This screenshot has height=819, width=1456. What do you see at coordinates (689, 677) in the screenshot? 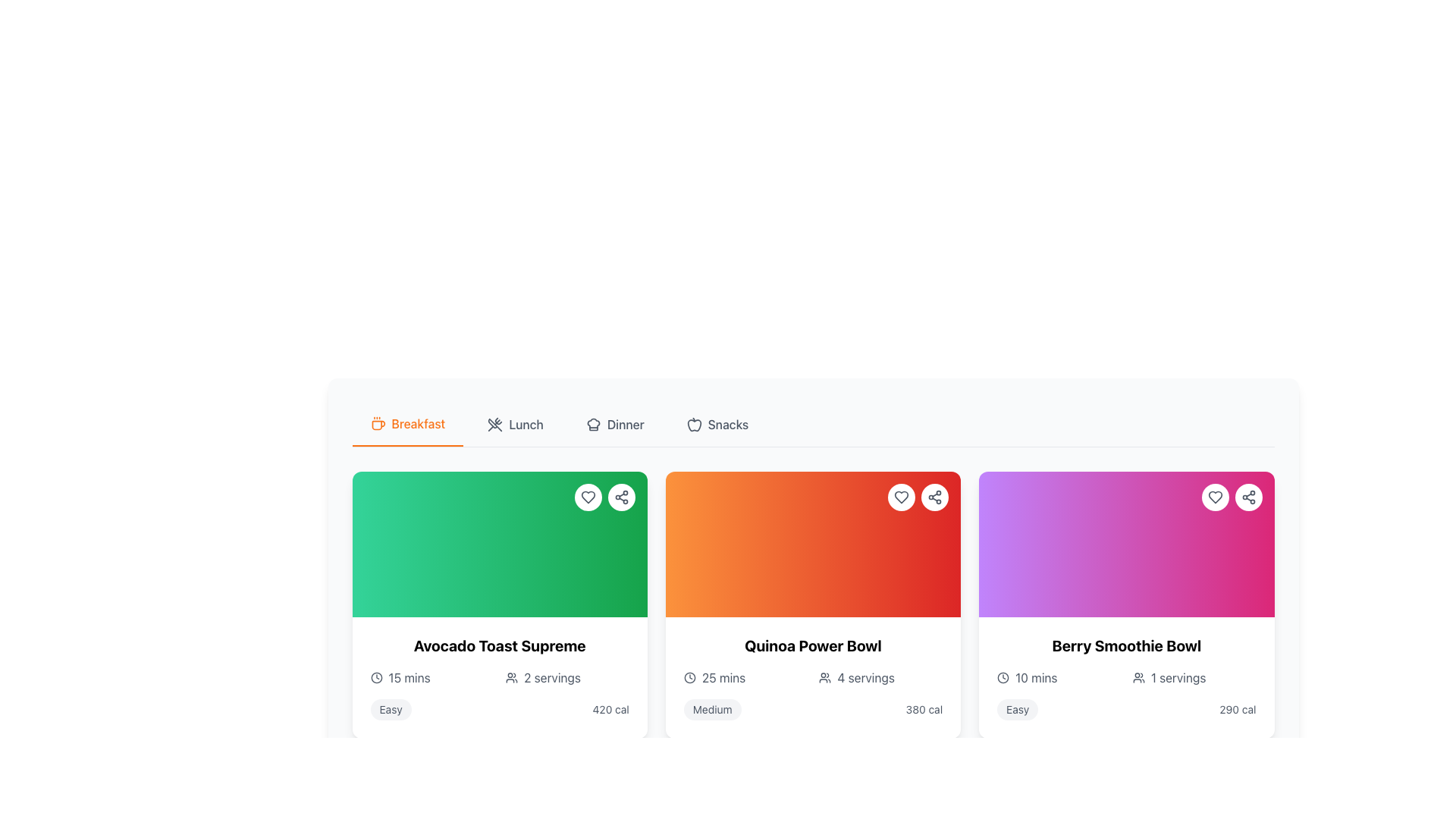
I see `the small clock icon with a circular outline and clock hands, which is part of the '25 mins' text, located beneath the 'Quinoa Power Bowl' title` at bounding box center [689, 677].